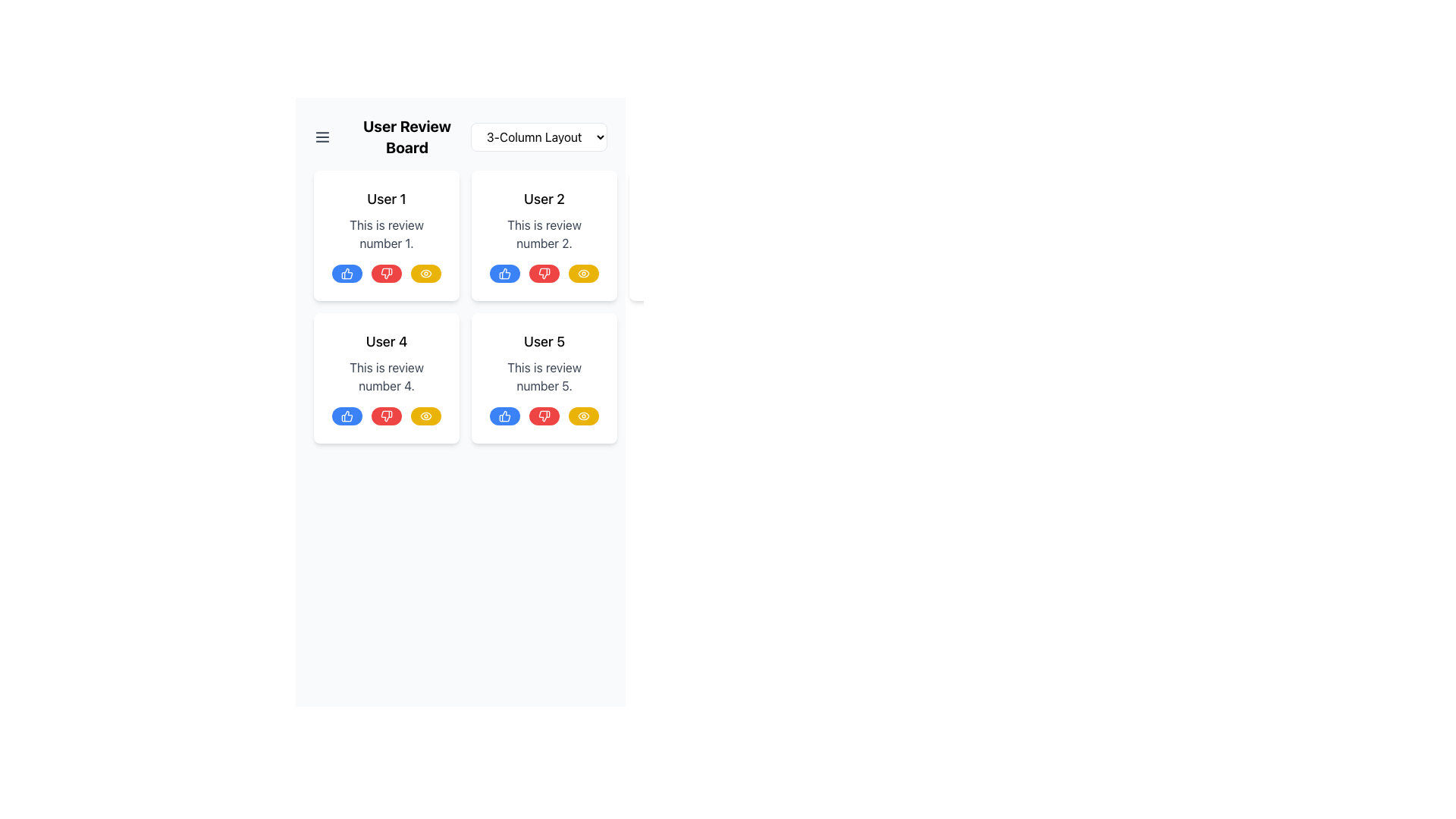 The width and height of the screenshot is (1456, 819). I want to click on the yellow button with rounded edges containing a white eye icon located in the bottom-right corner of the card for 'User 1', so click(425, 274).